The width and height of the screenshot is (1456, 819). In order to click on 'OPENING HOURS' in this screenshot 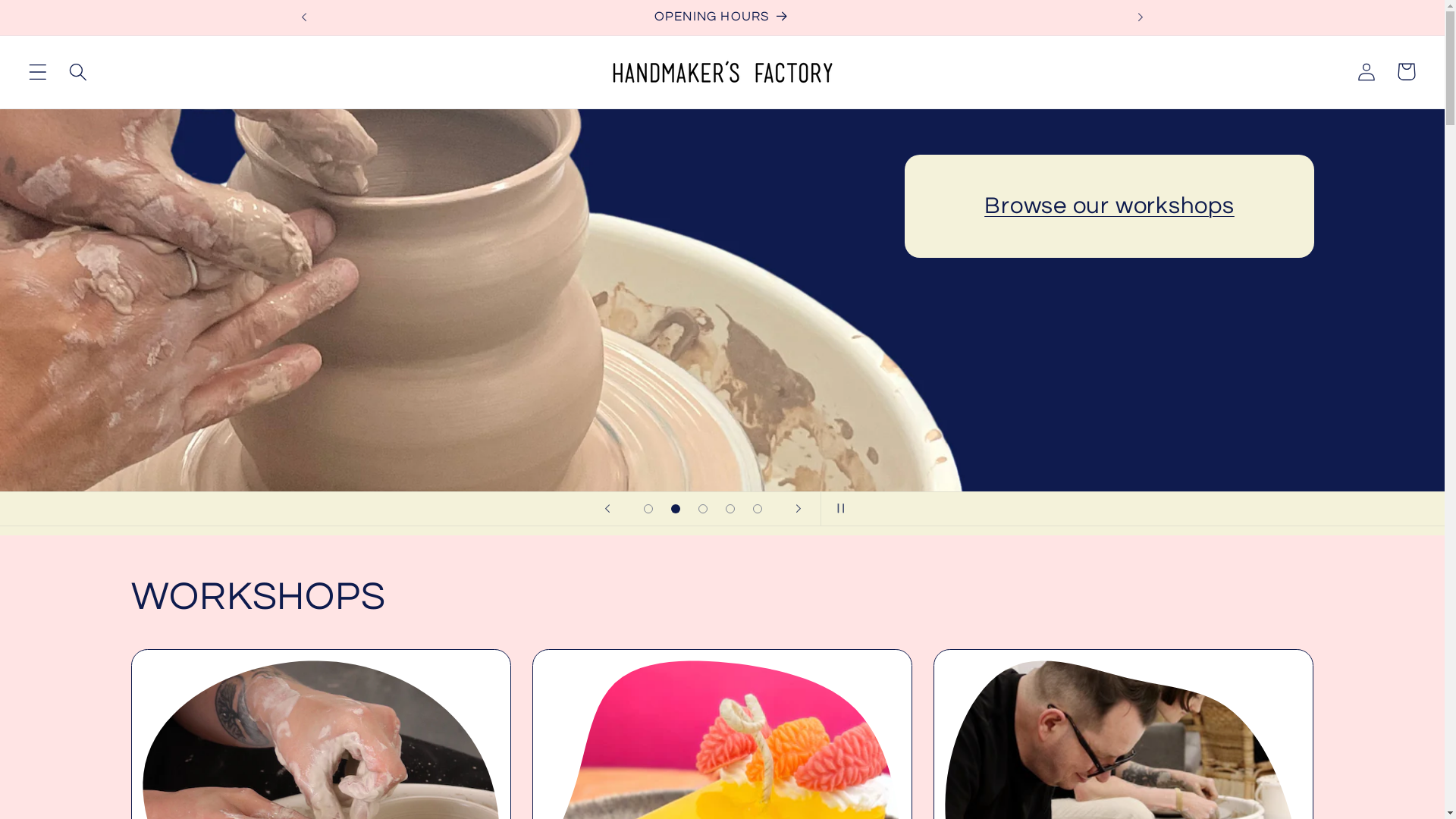, I will do `click(319, 17)`.